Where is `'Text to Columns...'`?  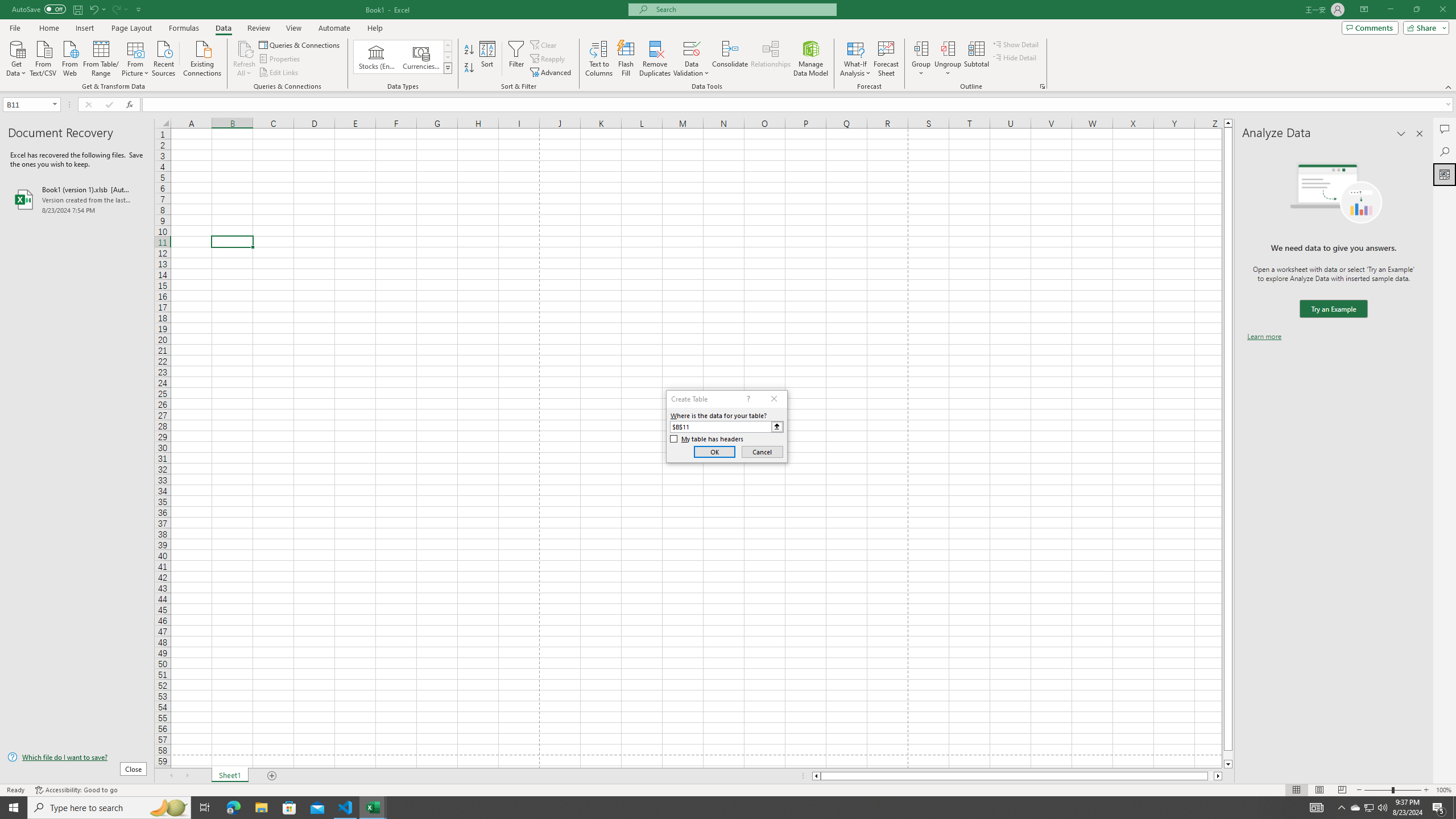 'Text to Columns...' is located at coordinates (598, 59).